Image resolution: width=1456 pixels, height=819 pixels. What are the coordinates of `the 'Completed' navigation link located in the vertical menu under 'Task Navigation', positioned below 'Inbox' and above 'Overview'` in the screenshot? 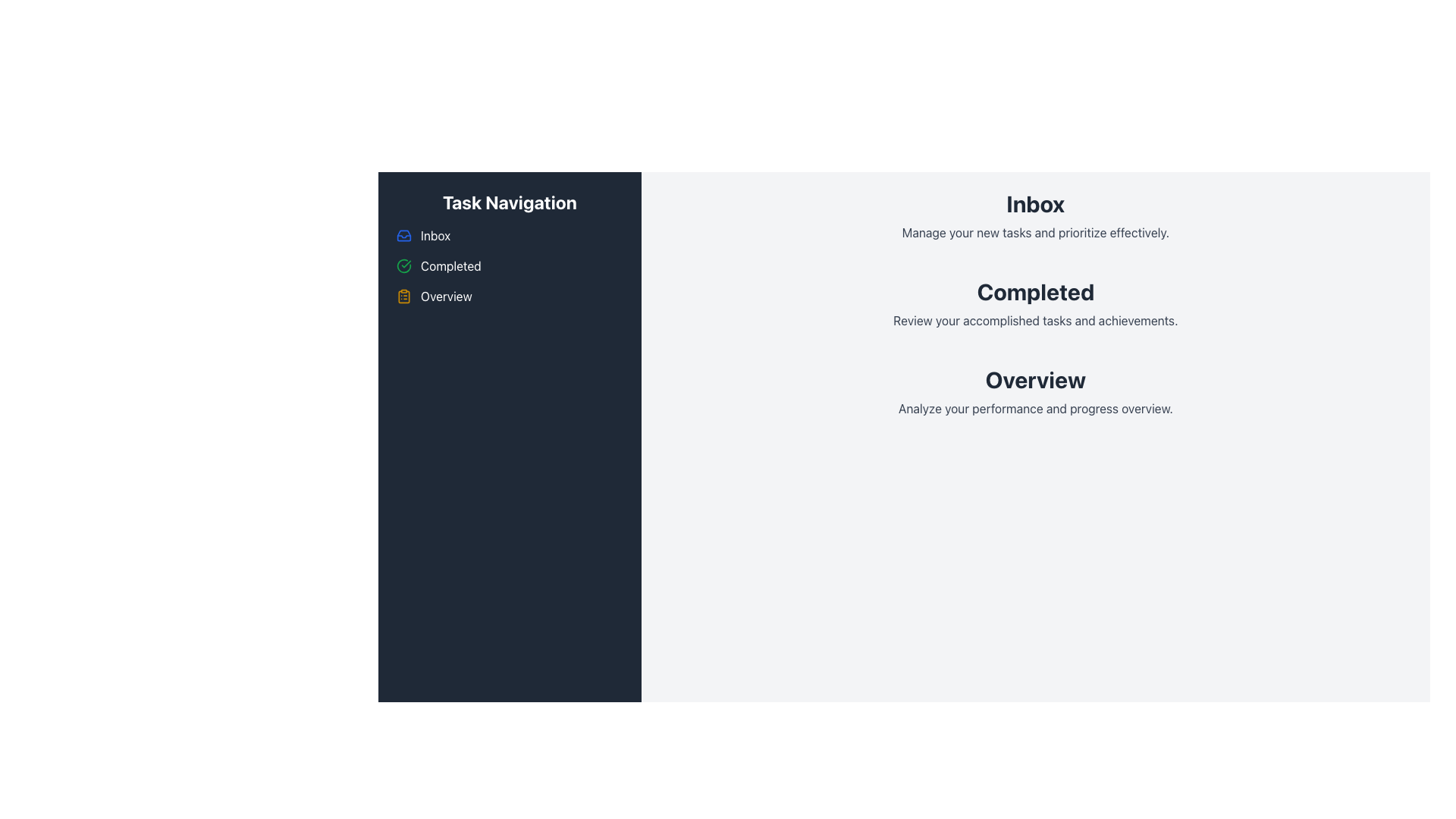 It's located at (510, 265).